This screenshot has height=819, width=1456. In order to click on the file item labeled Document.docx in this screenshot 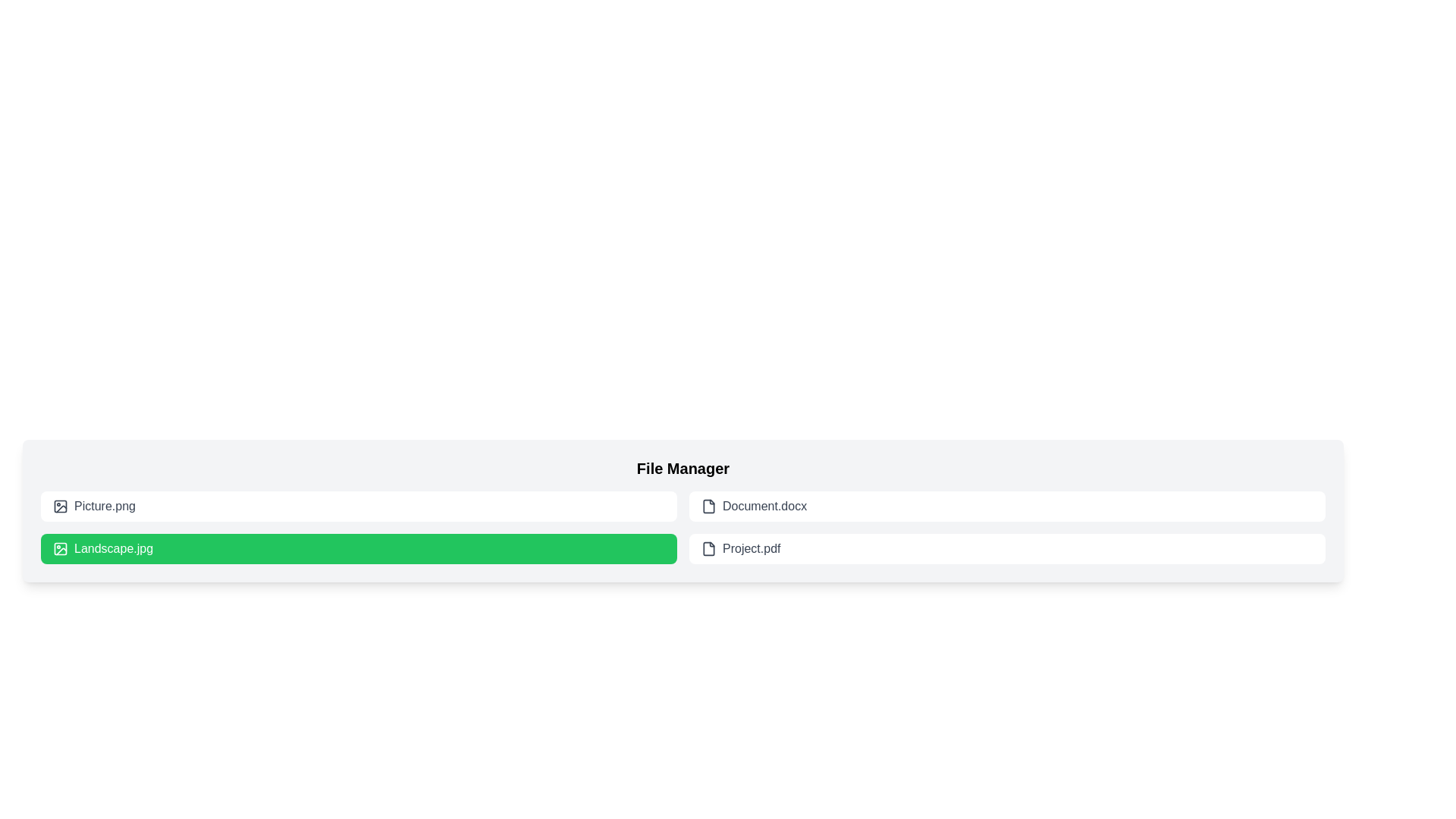, I will do `click(1007, 506)`.